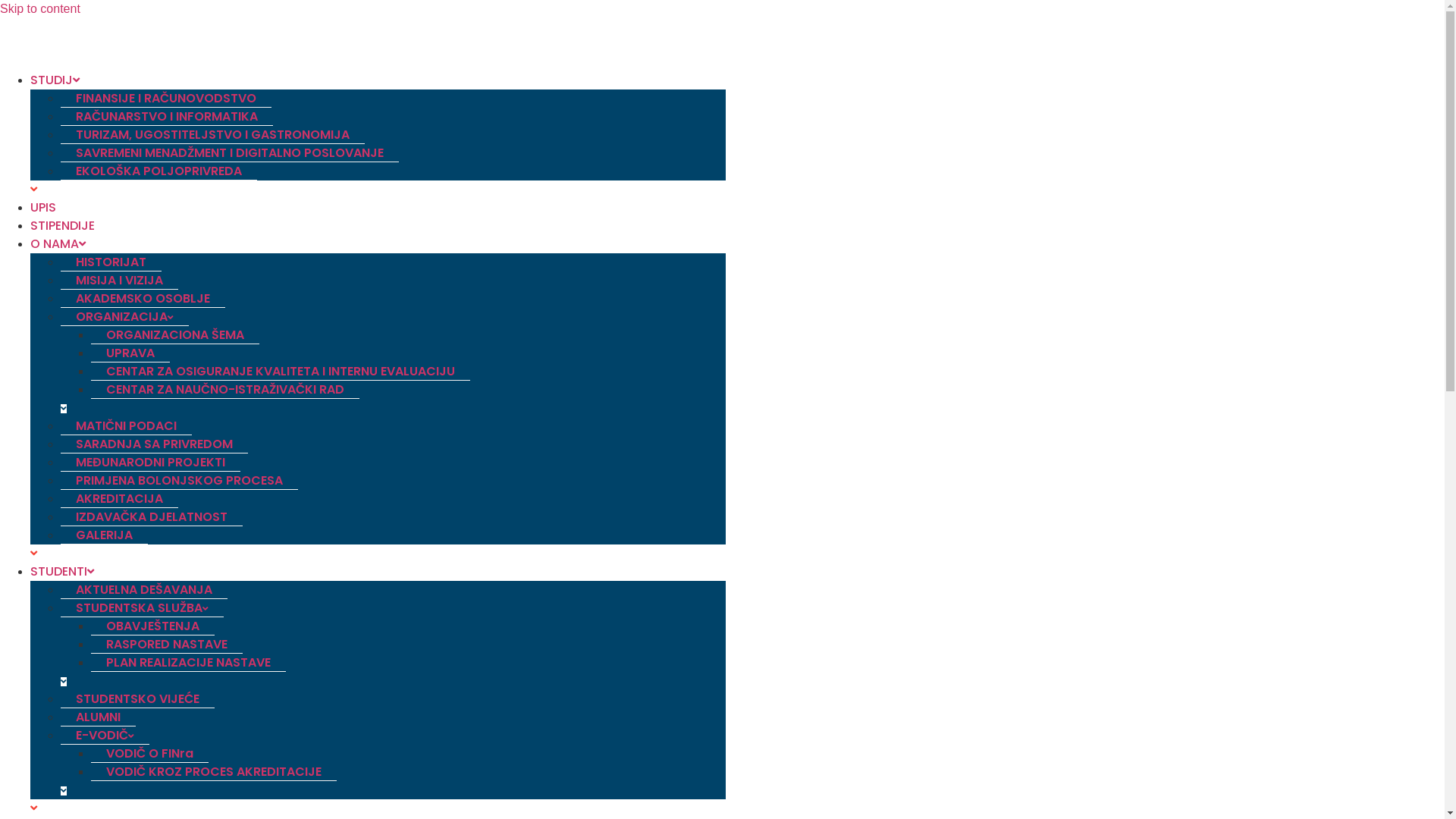 The image size is (1456, 819). What do you see at coordinates (280, 371) in the screenshot?
I see `'CENTAR ZA OSIGURANJE KVALITETA I INTERNU EVALUACIJU'` at bounding box center [280, 371].